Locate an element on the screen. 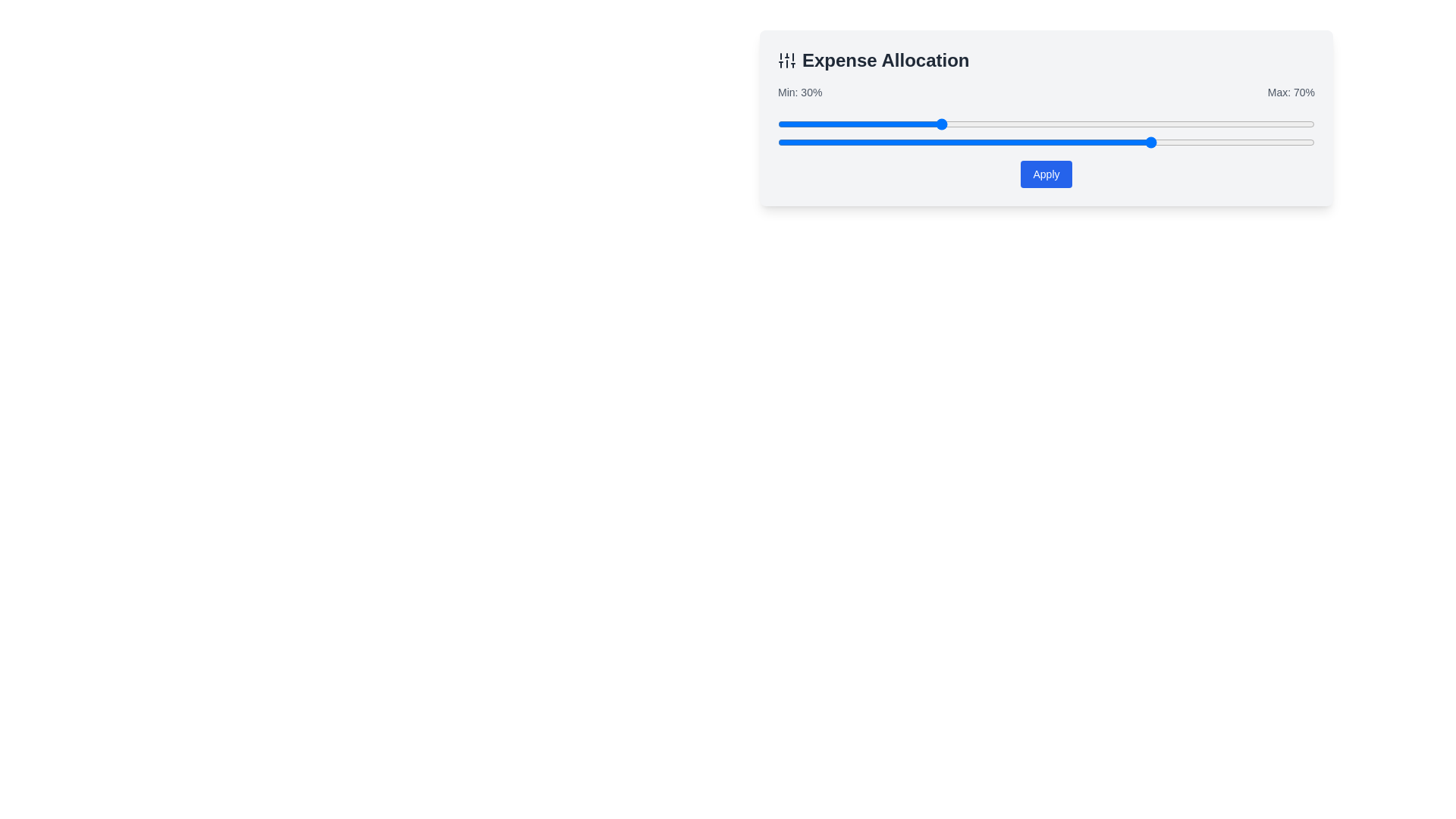 The image size is (1456, 819). the text label displaying 'Max: 70%' located near the top-right corner of the panel, styled in gray color and medium weight is located at coordinates (1290, 93).